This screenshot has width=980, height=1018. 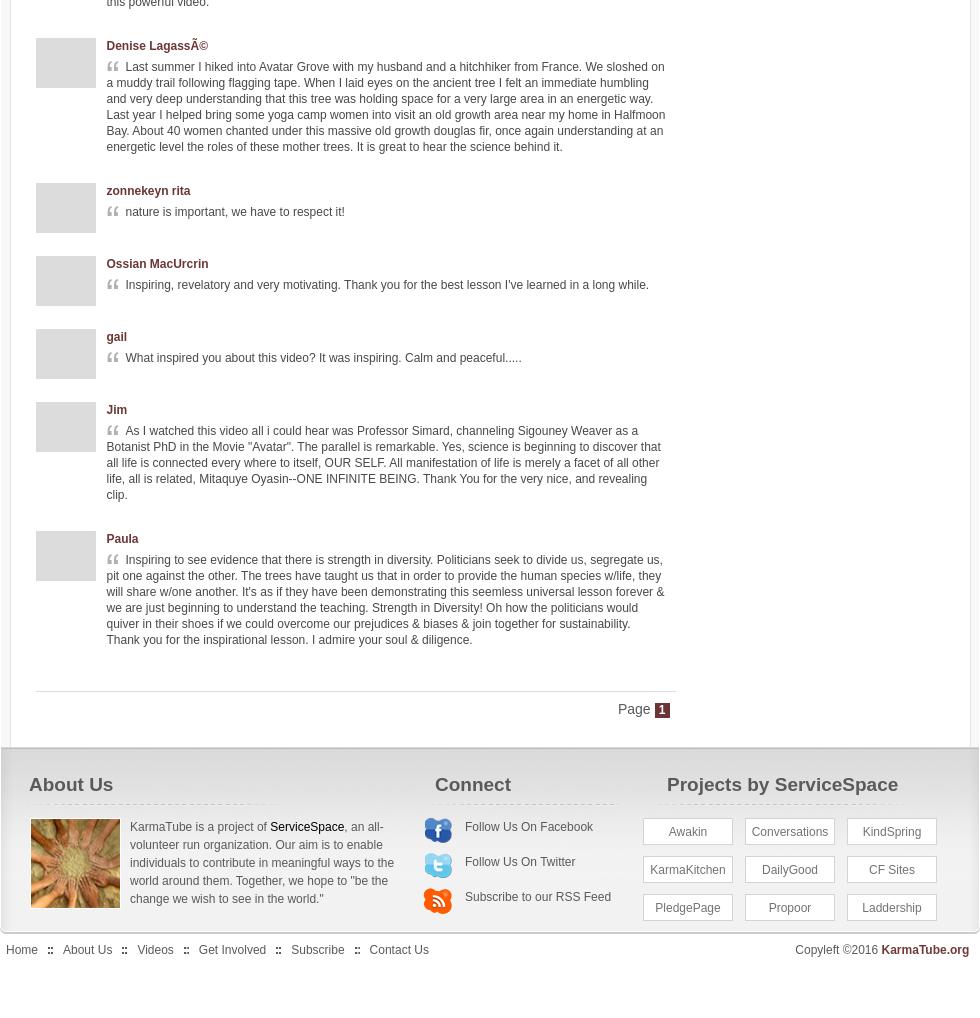 I want to click on 'Inspiring to see evidence that there is strength in diversity. Politicians seek to divide us, segregate us, pit one against the other. The trees have taught us that in order to provide the human species w/life, they will share w/one another. It's as if they have been demonstrating this seemless universal lesson forever & we are just beginning to understand the teaching. Strength in Diversity! Oh how the politicians would quiver in their shoes if we could overcome our prejudices & biases & join together for sustainability. Thank you for the inspirational lesson. I admire your soul & diligence.', so click(x=385, y=600).